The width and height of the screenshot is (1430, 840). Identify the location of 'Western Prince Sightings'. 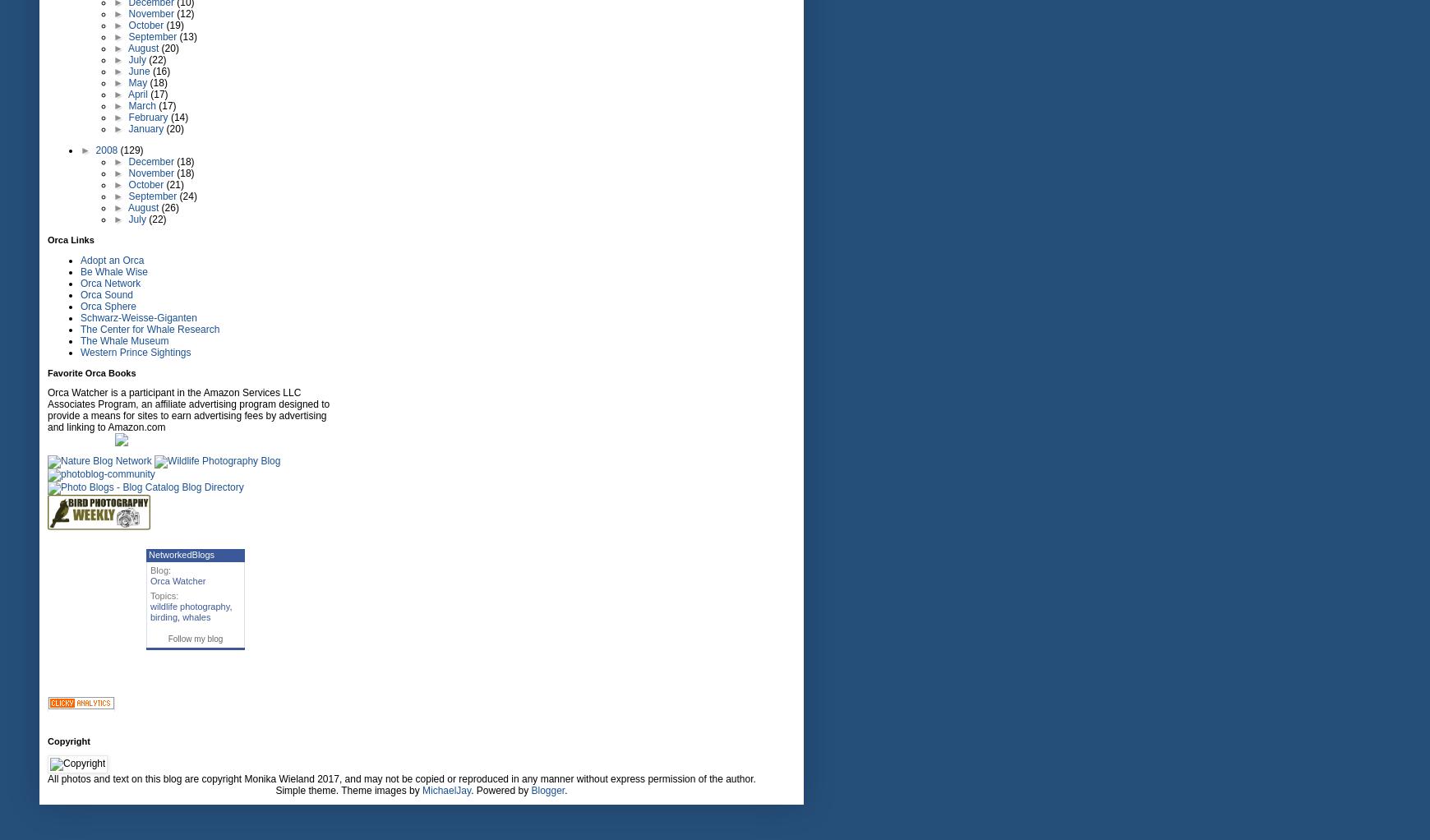
(79, 353).